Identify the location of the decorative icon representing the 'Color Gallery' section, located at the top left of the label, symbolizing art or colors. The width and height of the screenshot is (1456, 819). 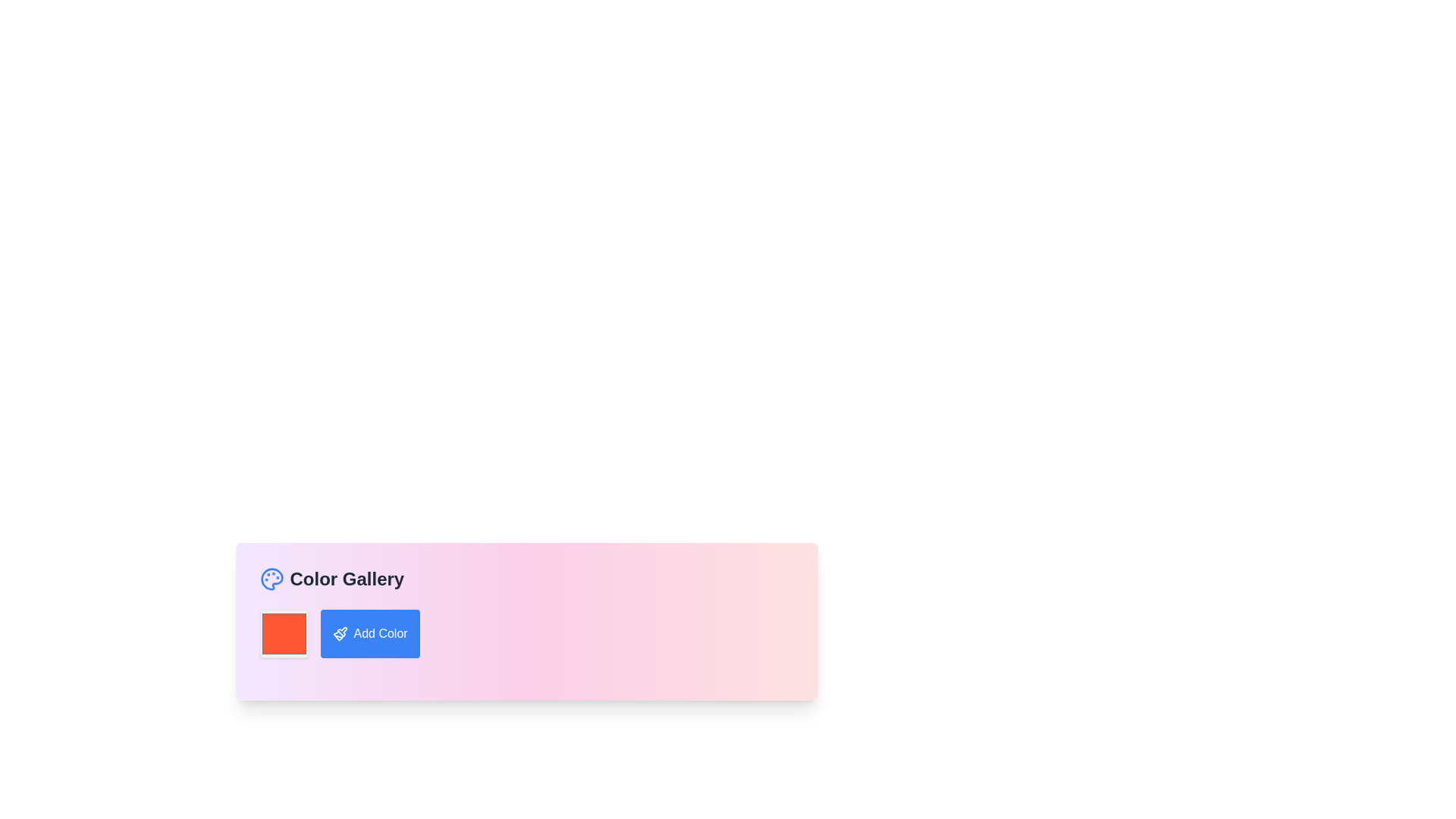
(271, 579).